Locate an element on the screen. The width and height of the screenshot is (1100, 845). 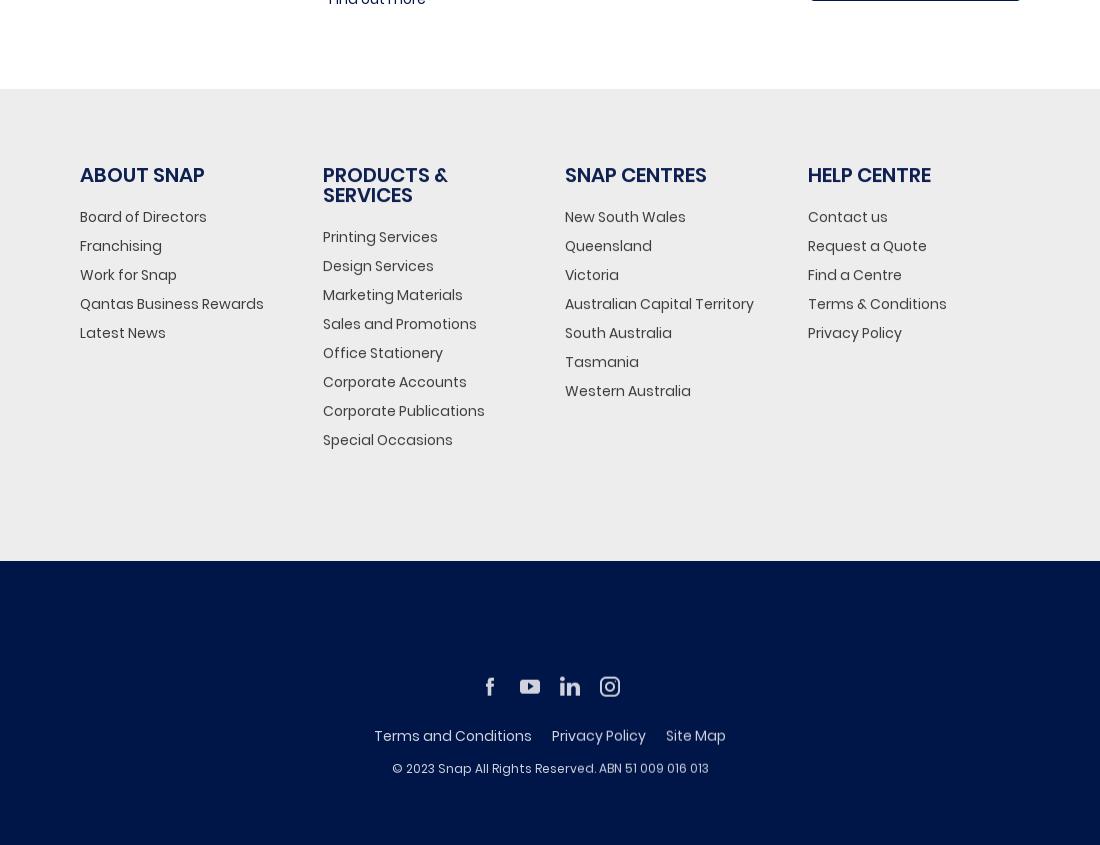
'Queensland' is located at coordinates (607, 243).